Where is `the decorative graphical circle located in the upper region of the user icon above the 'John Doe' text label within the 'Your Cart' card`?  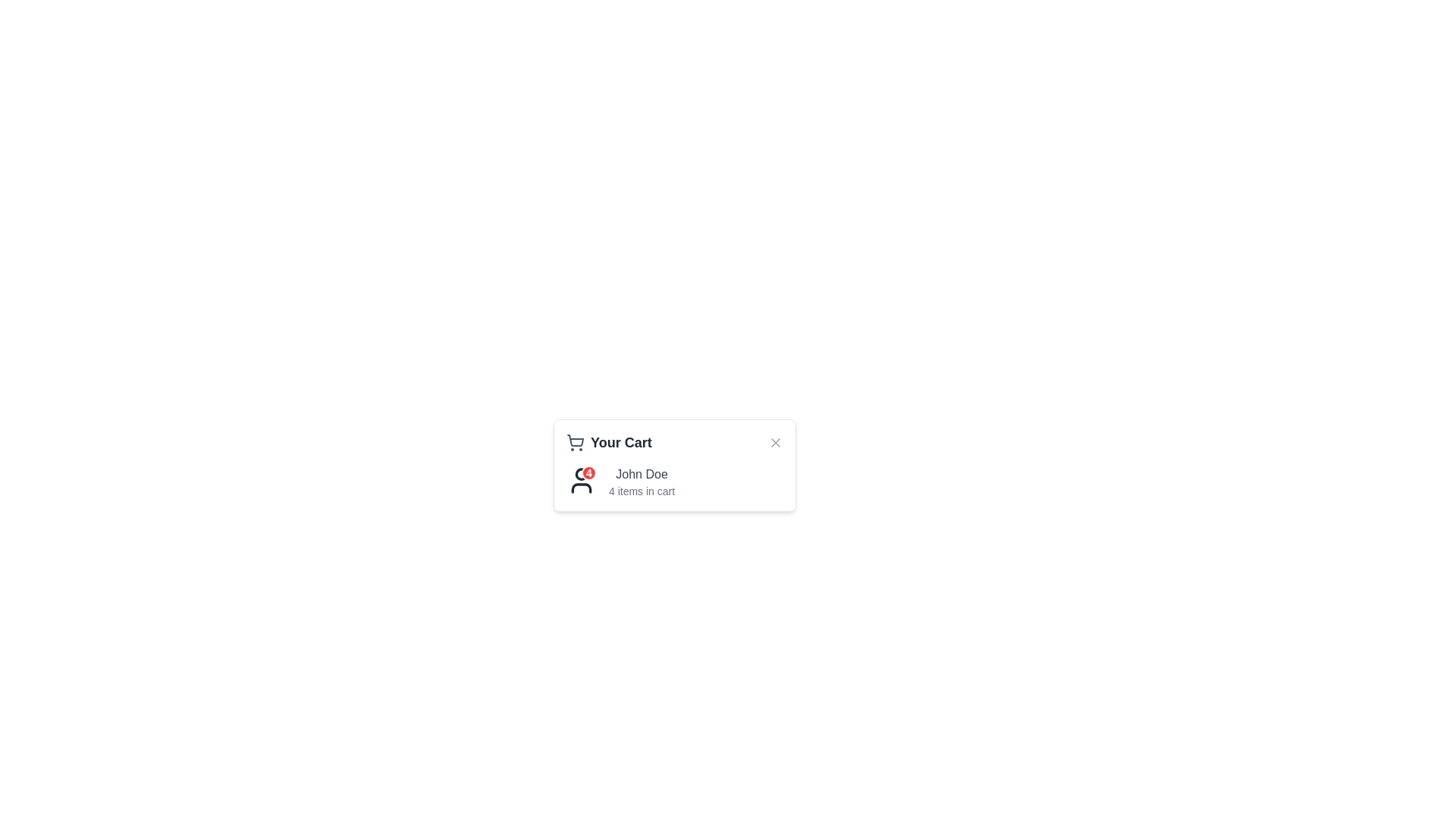 the decorative graphical circle located in the upper region of the user icon above the 'John Doe' text label within the 'Your Cart' card is located at coordinates (581, 472).